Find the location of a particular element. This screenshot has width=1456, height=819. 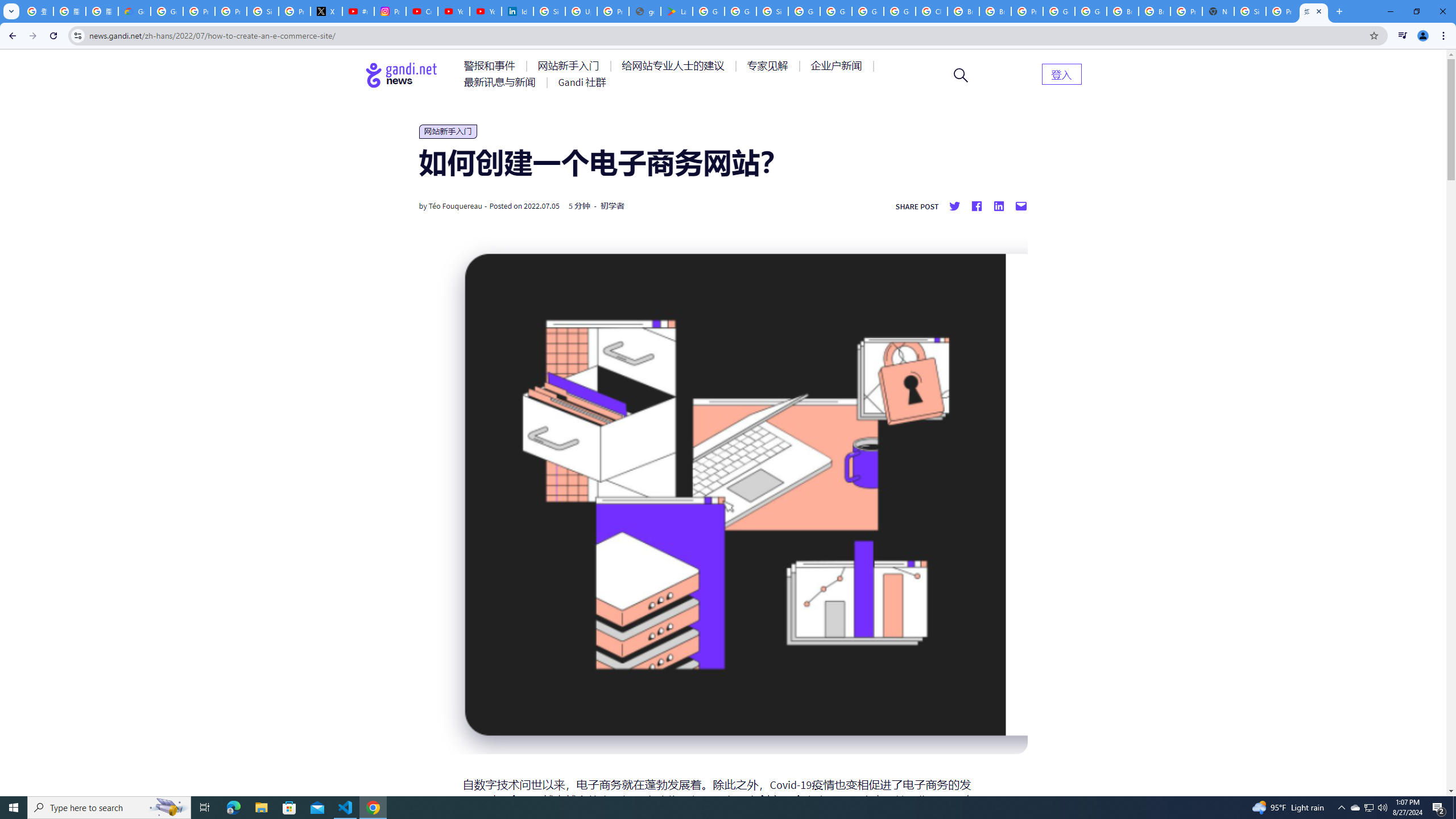

'Privacy Help Center - Policies Help' is located at coordinates (230, 11).